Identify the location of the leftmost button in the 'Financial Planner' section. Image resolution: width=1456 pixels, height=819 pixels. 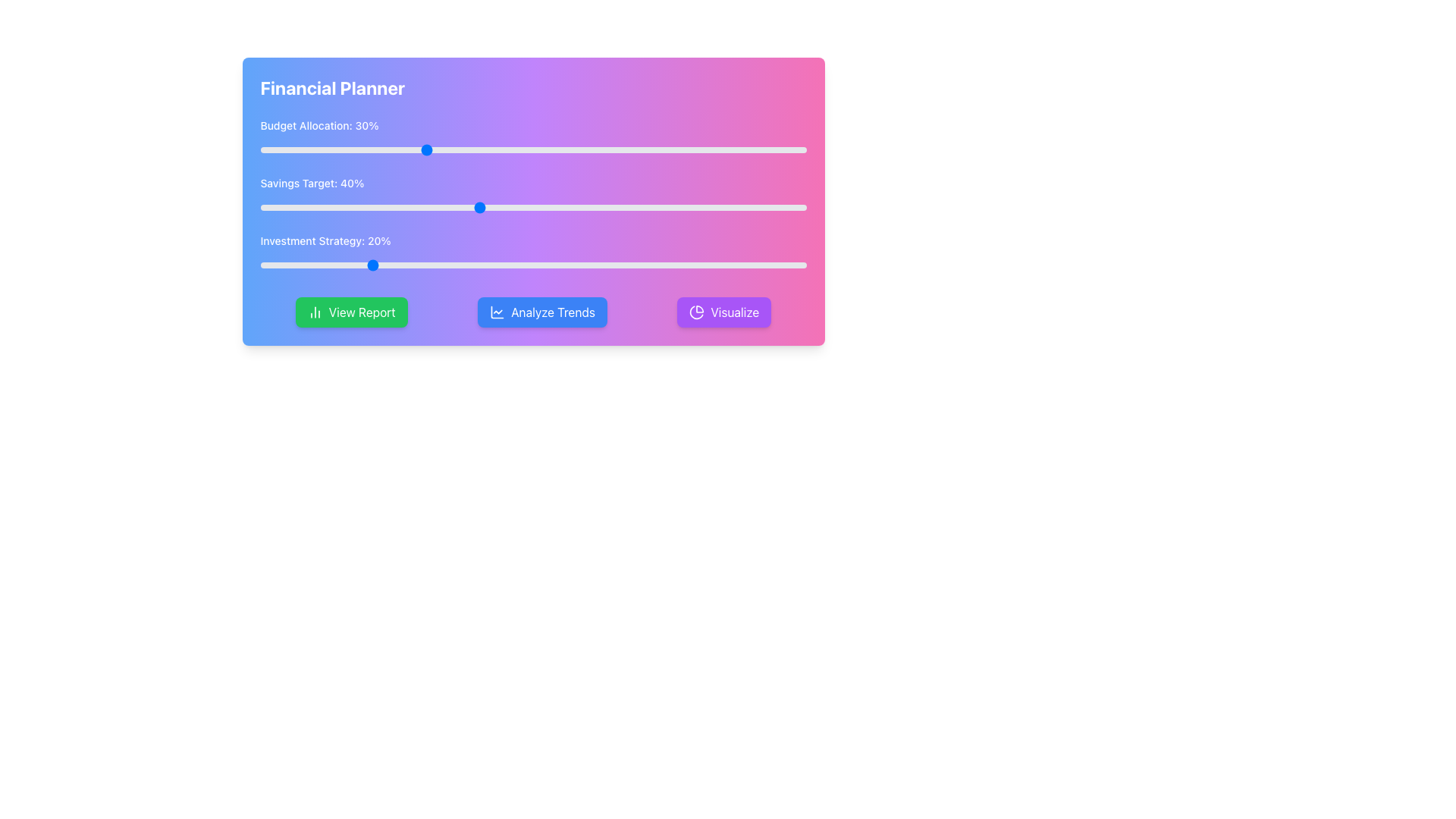
(350, 312).